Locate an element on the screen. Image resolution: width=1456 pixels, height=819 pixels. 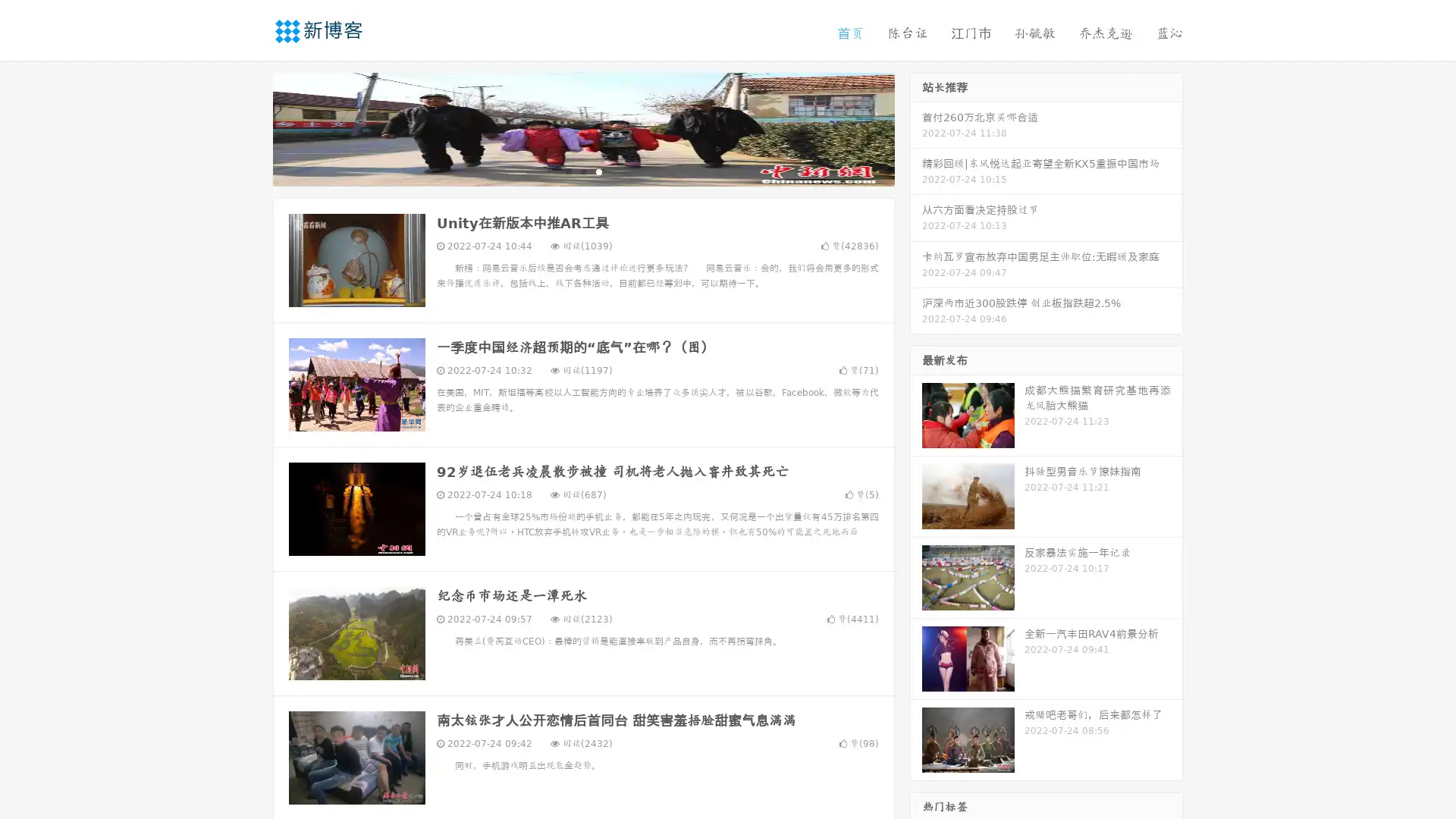
Go to slide 2 is located at coordinates (582, 171).